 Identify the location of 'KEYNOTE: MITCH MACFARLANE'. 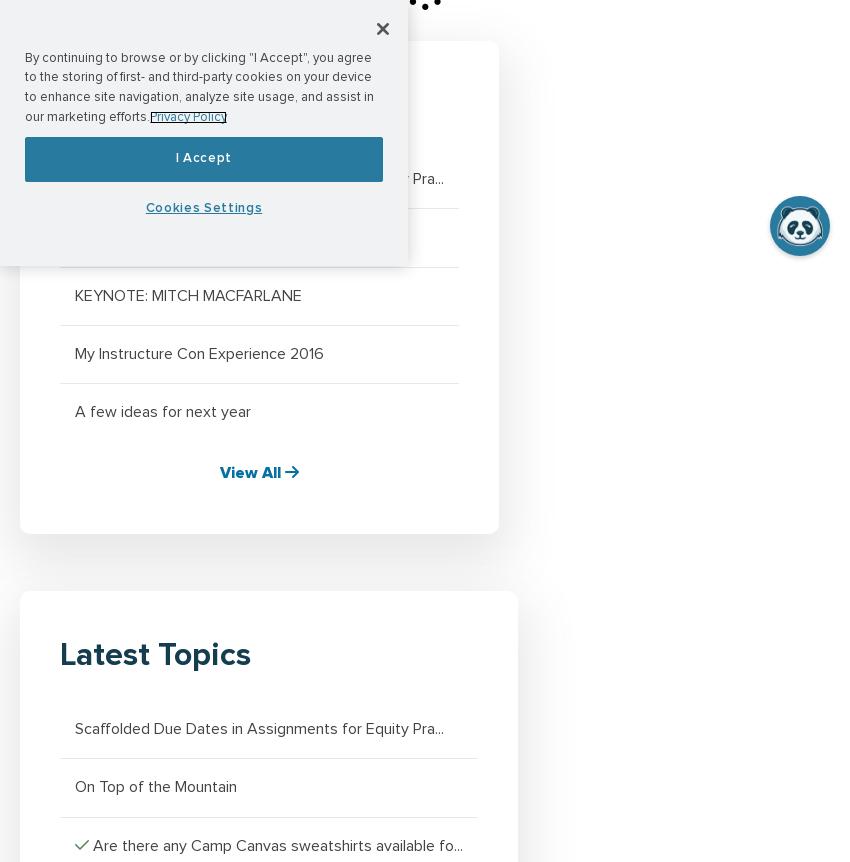
(187, 294).